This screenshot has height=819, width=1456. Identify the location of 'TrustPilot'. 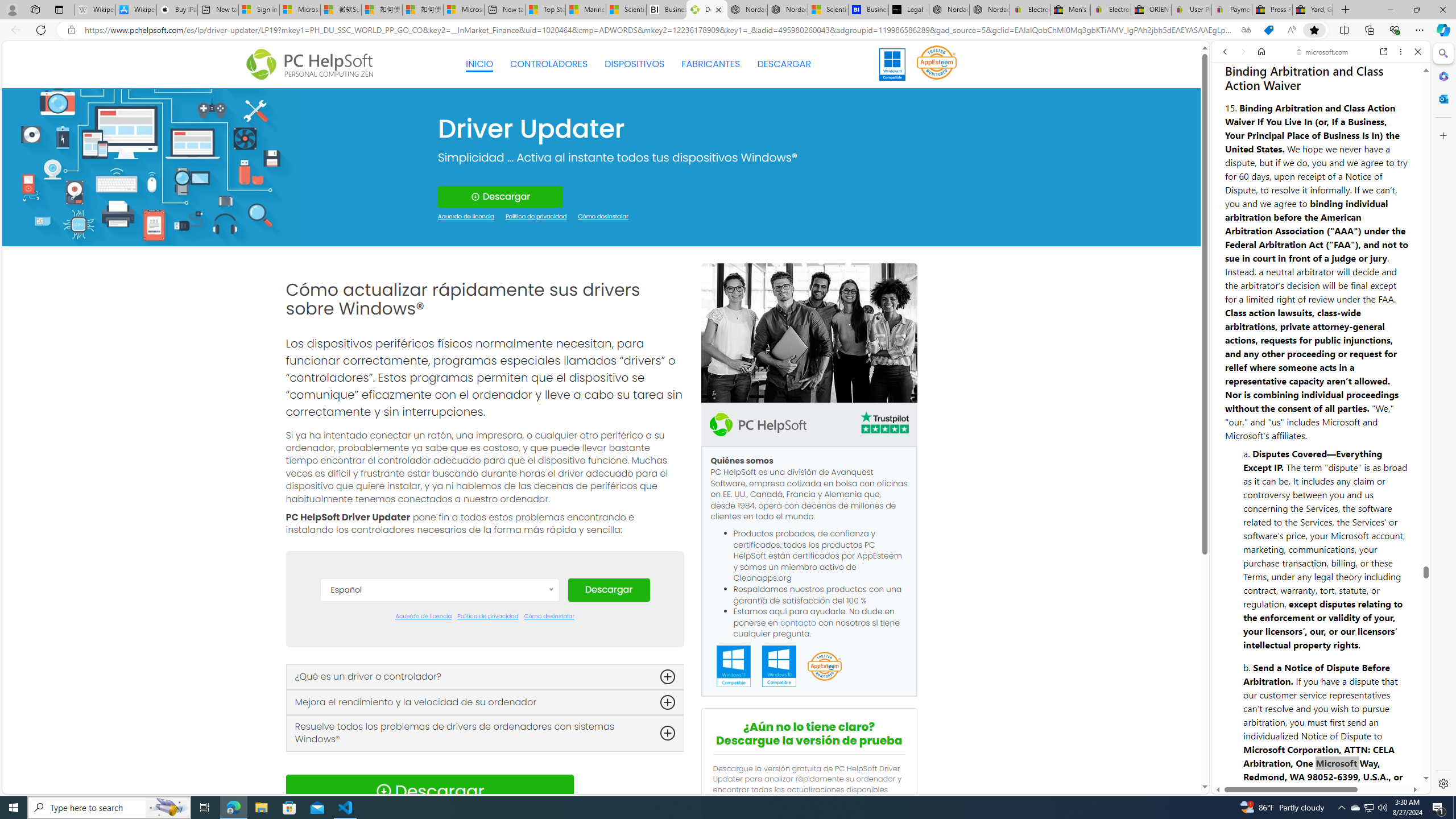
(884, 422).